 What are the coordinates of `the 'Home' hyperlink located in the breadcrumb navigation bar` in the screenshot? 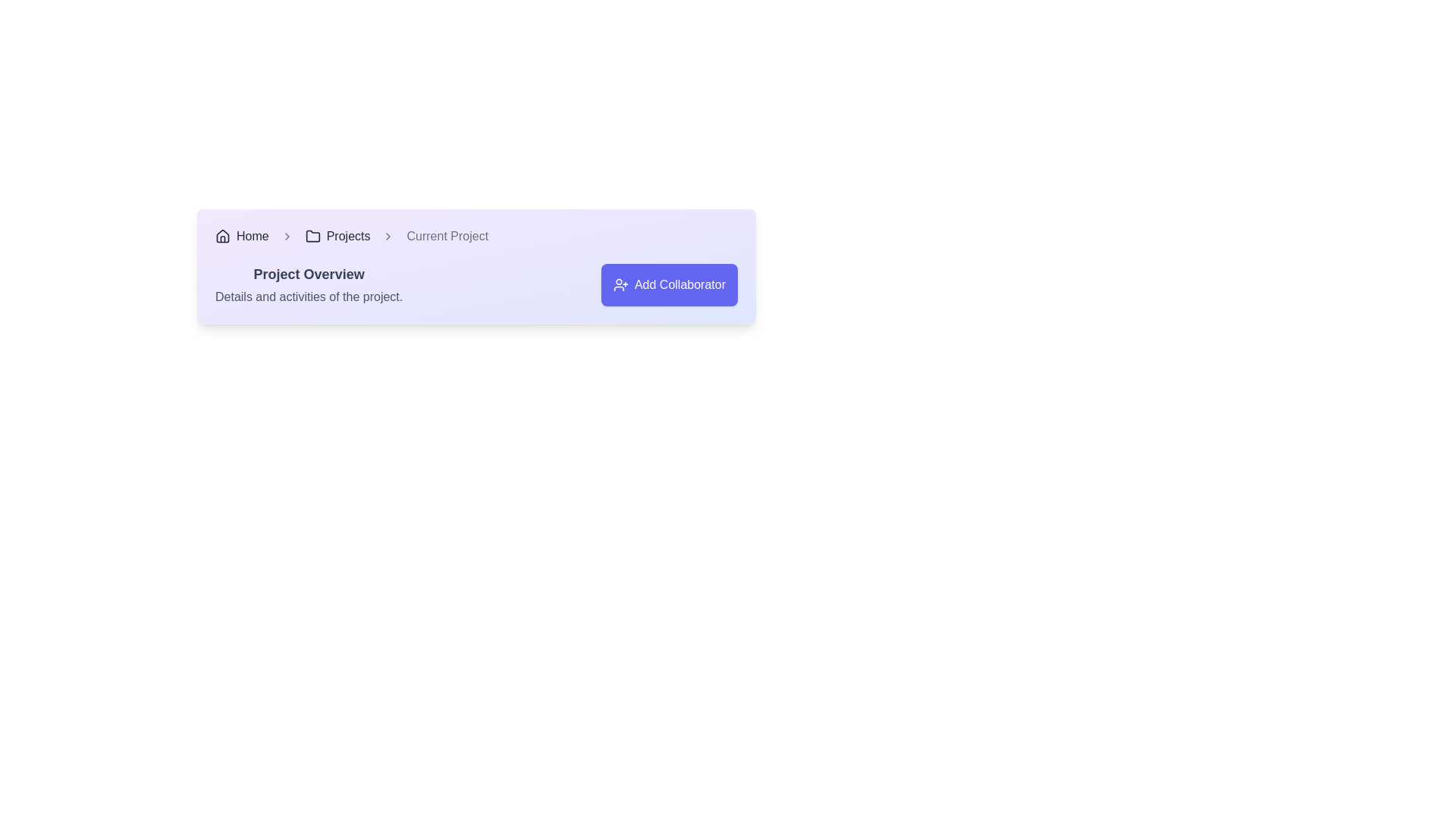 It's located at (253, 237).